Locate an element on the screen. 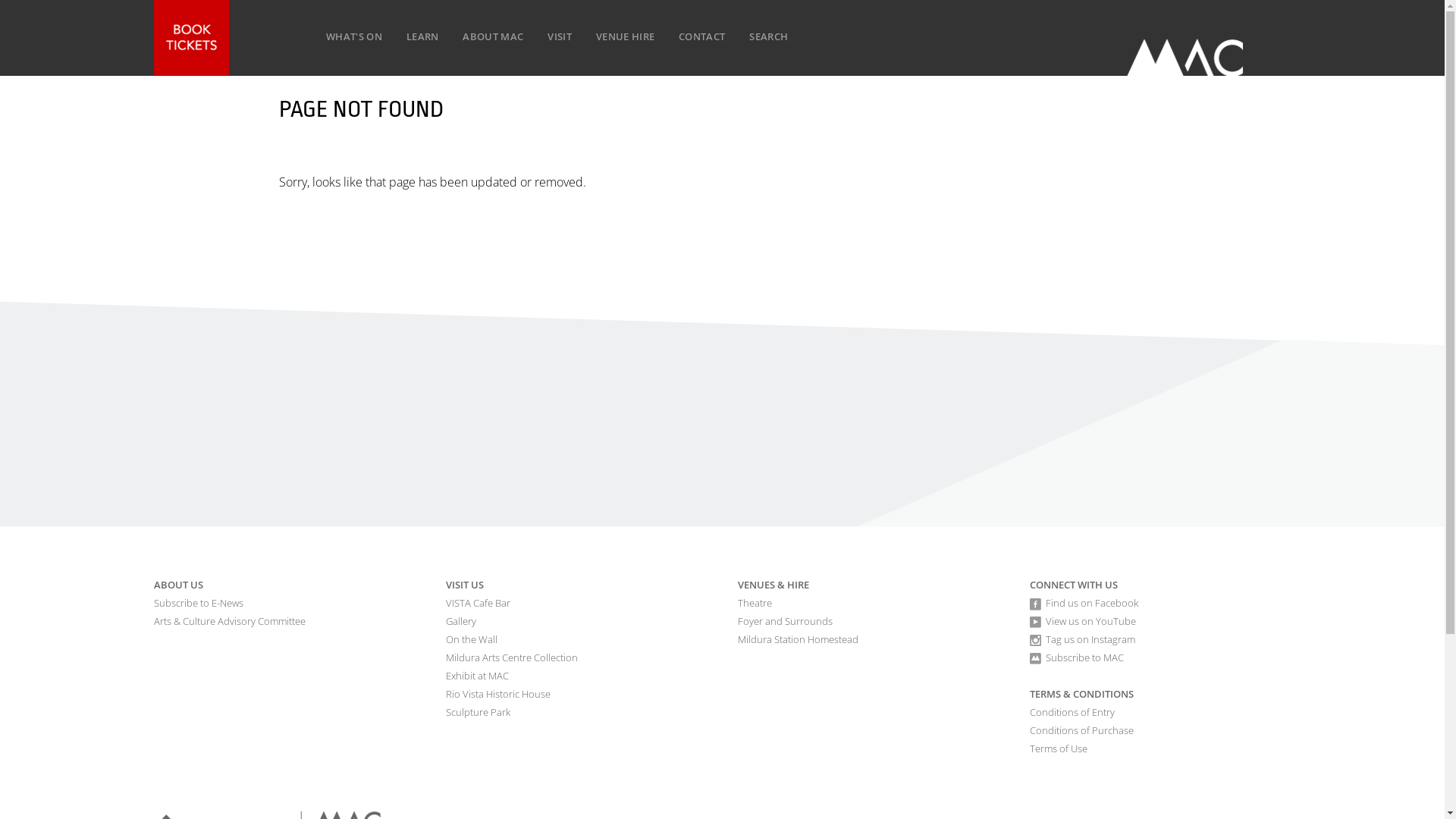  'ABOUT US' is located at coordinates (177, 584).